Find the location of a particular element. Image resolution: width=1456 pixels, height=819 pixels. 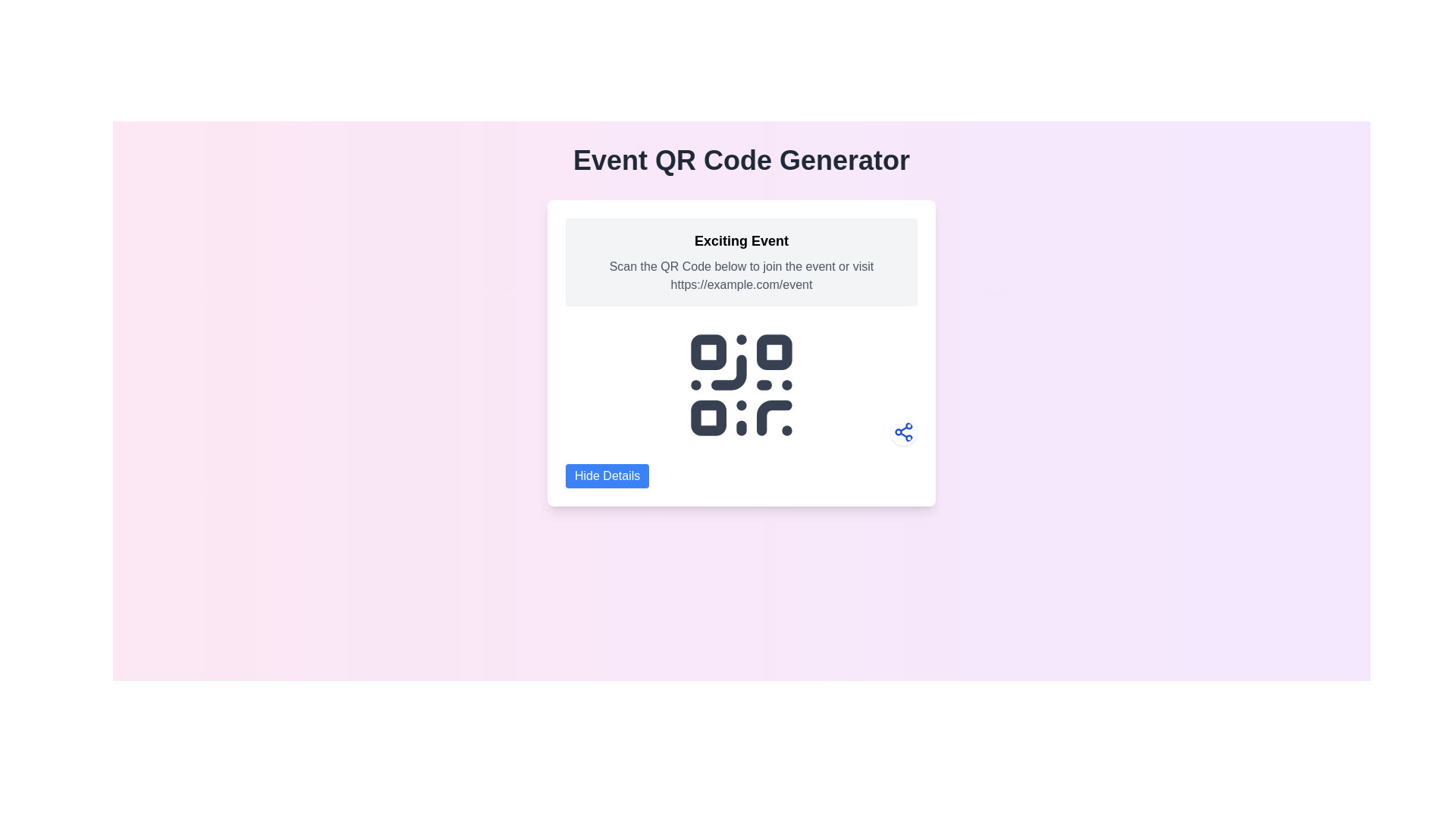

the small circular blue share button located at the bottom right corner of the QR Code card is located at coordinates (903, 432).